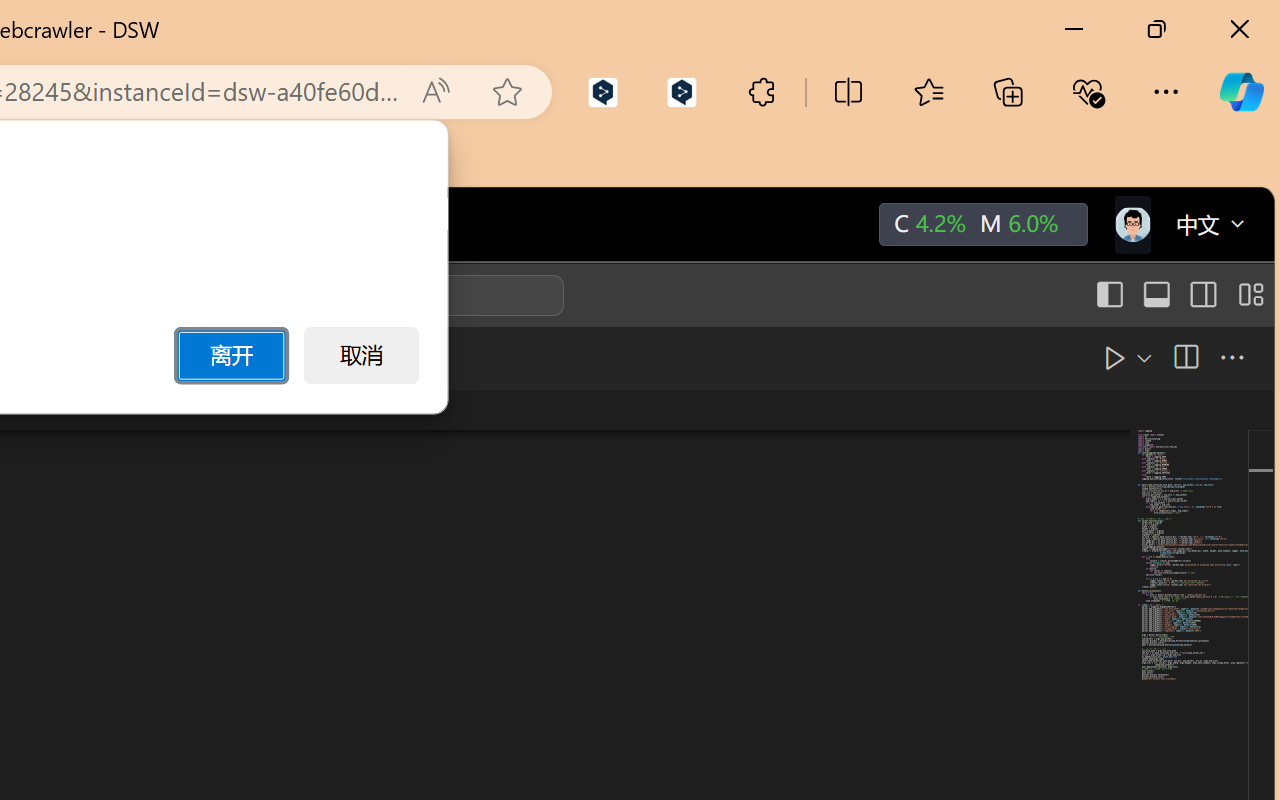  I want to click on 'C4.2% M6.0%', so click(981, 225).